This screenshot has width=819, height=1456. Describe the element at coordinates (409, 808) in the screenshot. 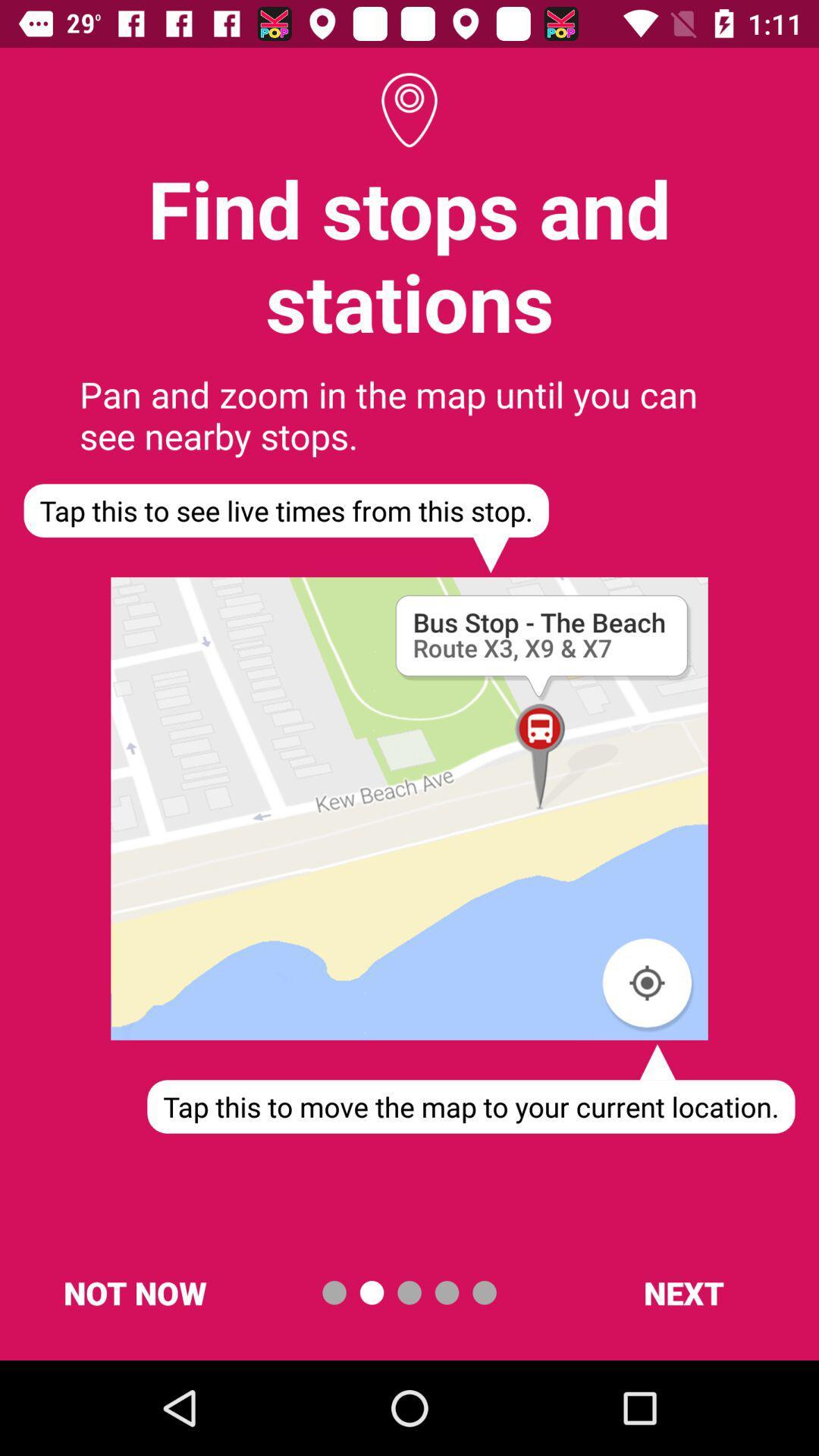

I see `the image` at that location.